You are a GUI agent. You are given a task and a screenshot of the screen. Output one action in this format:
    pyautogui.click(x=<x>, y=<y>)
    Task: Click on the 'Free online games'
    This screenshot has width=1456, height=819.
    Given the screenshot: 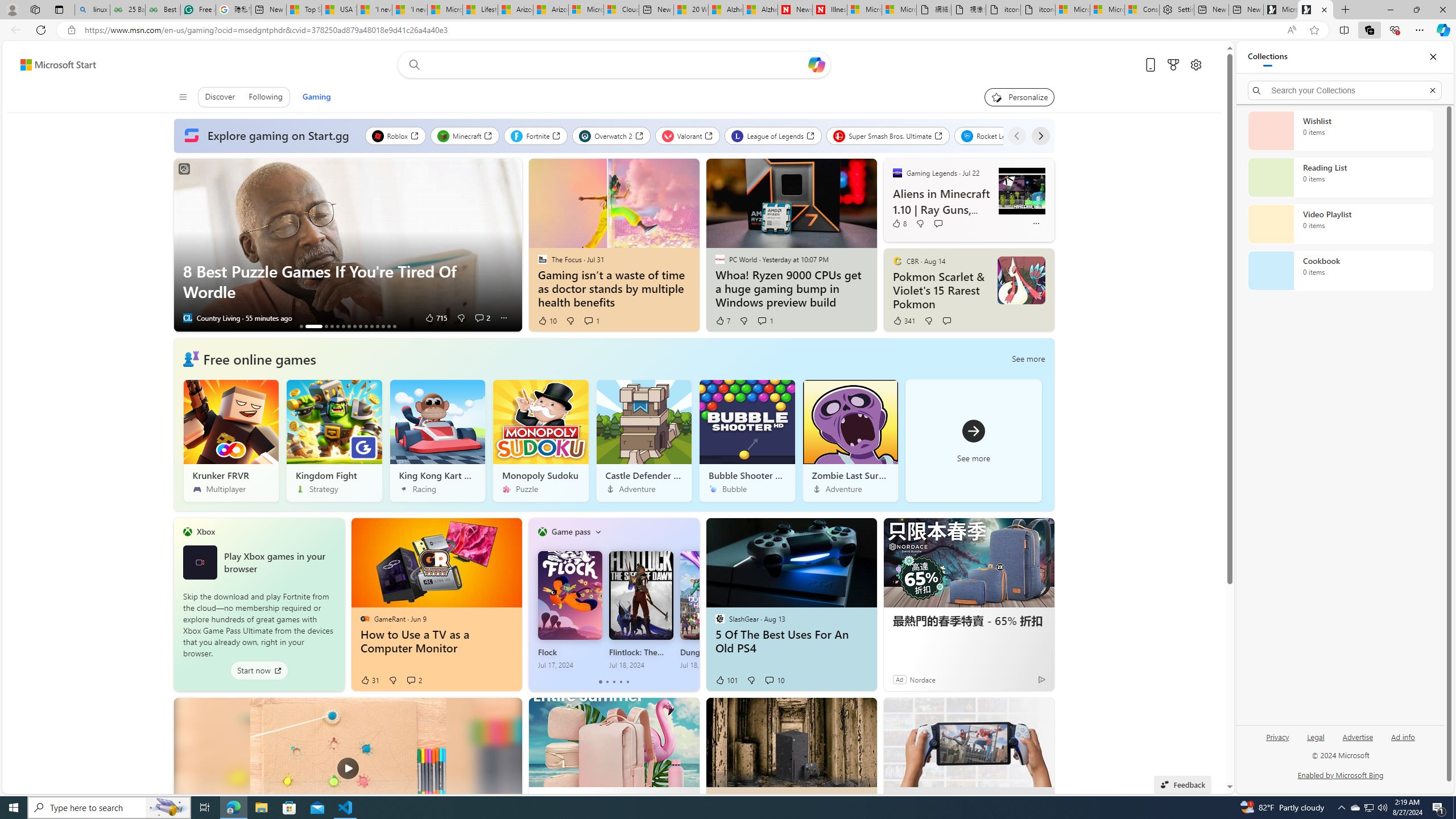 What is the action you would take?
    pyautogui.click(x=258, y=358)
    